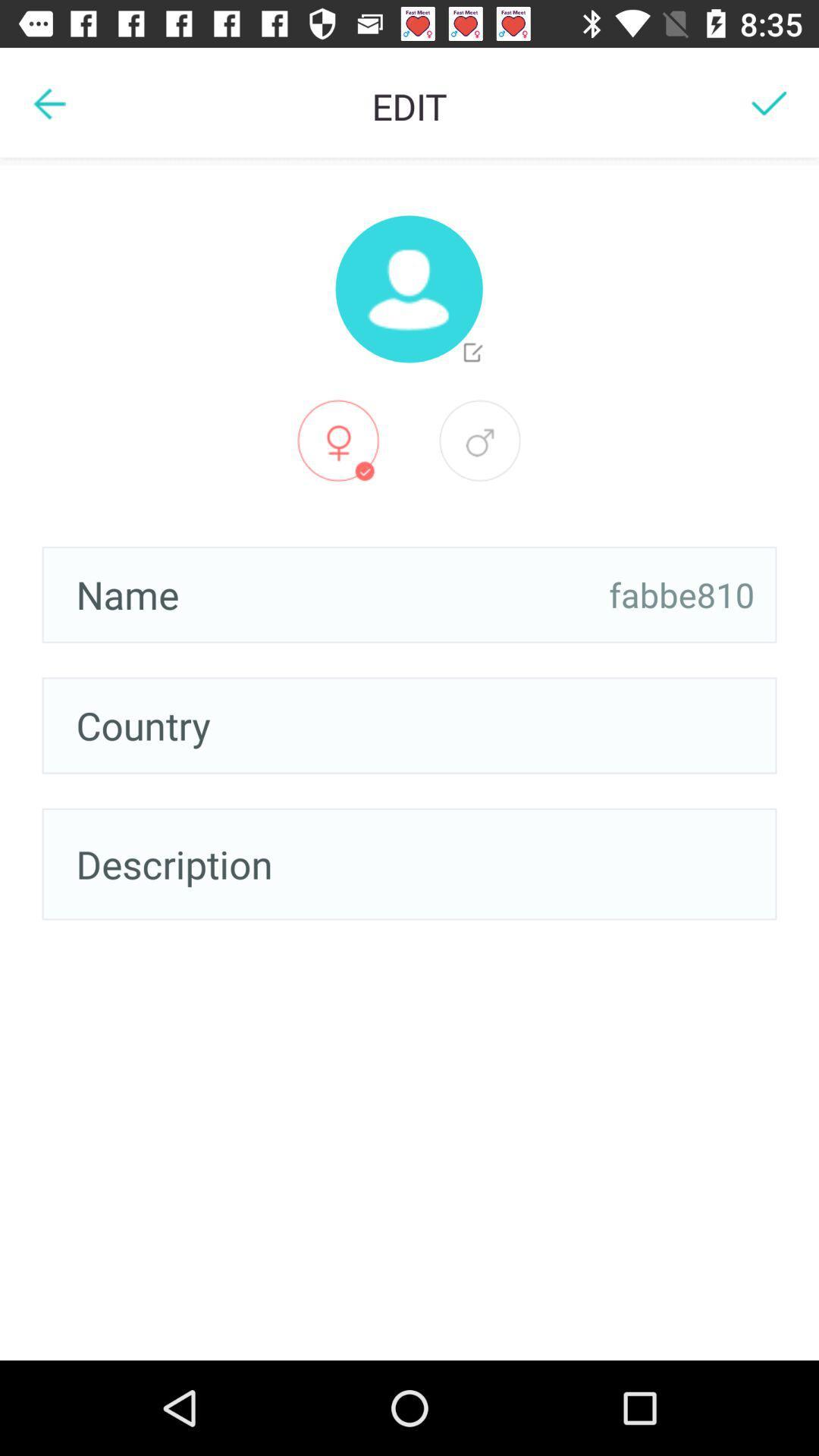 This screenshot has width=819, height=1456. Describe the element at coordinates (681, 594) in the screenshot. I see `the item on the right` at that location.